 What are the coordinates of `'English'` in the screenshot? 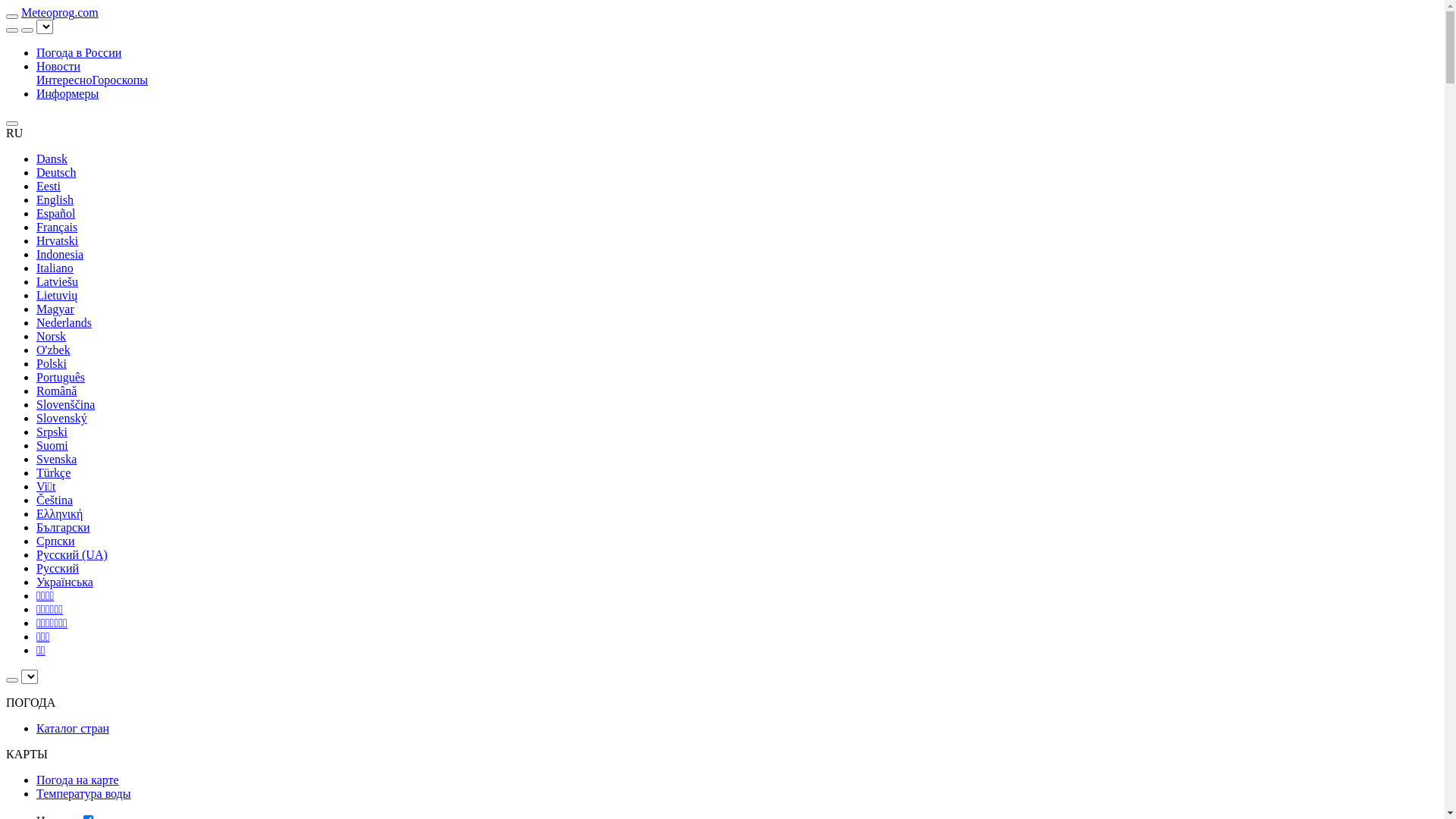 It's located at (55, 199).